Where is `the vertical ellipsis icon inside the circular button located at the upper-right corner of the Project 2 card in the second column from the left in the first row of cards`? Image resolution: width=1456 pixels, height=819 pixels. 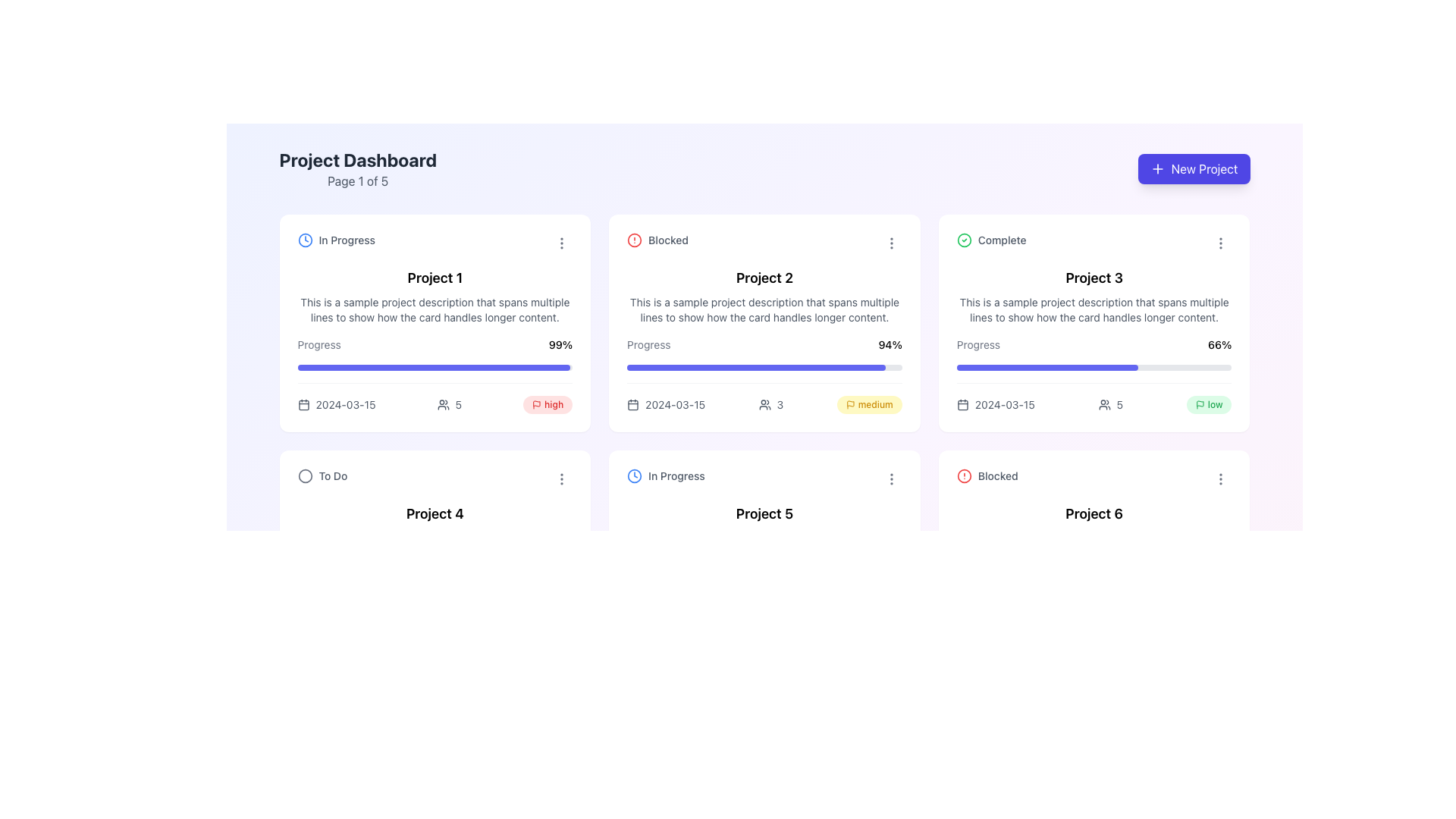
the vertical ellipsis icon inside the circular button located at the upper-right corner of the Project 2 card in the second column from the left in the first row of cards is located at coordinates (891, 242).